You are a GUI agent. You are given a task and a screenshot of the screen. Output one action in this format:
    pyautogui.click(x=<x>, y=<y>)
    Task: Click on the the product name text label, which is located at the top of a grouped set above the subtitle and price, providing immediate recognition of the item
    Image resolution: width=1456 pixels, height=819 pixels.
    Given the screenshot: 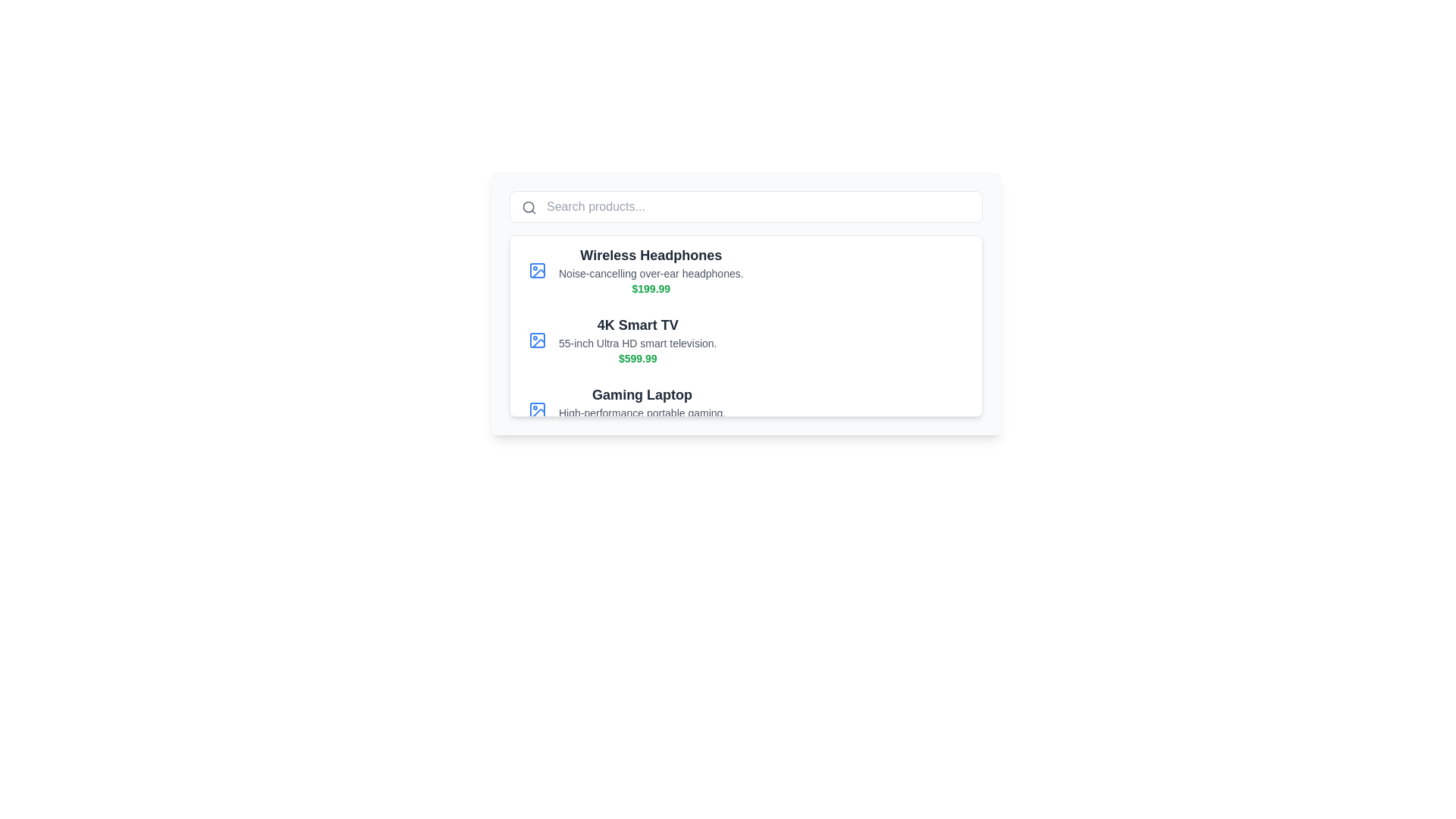 What is the action you would take?
    pyautogui.click(x=651, y=254)
    